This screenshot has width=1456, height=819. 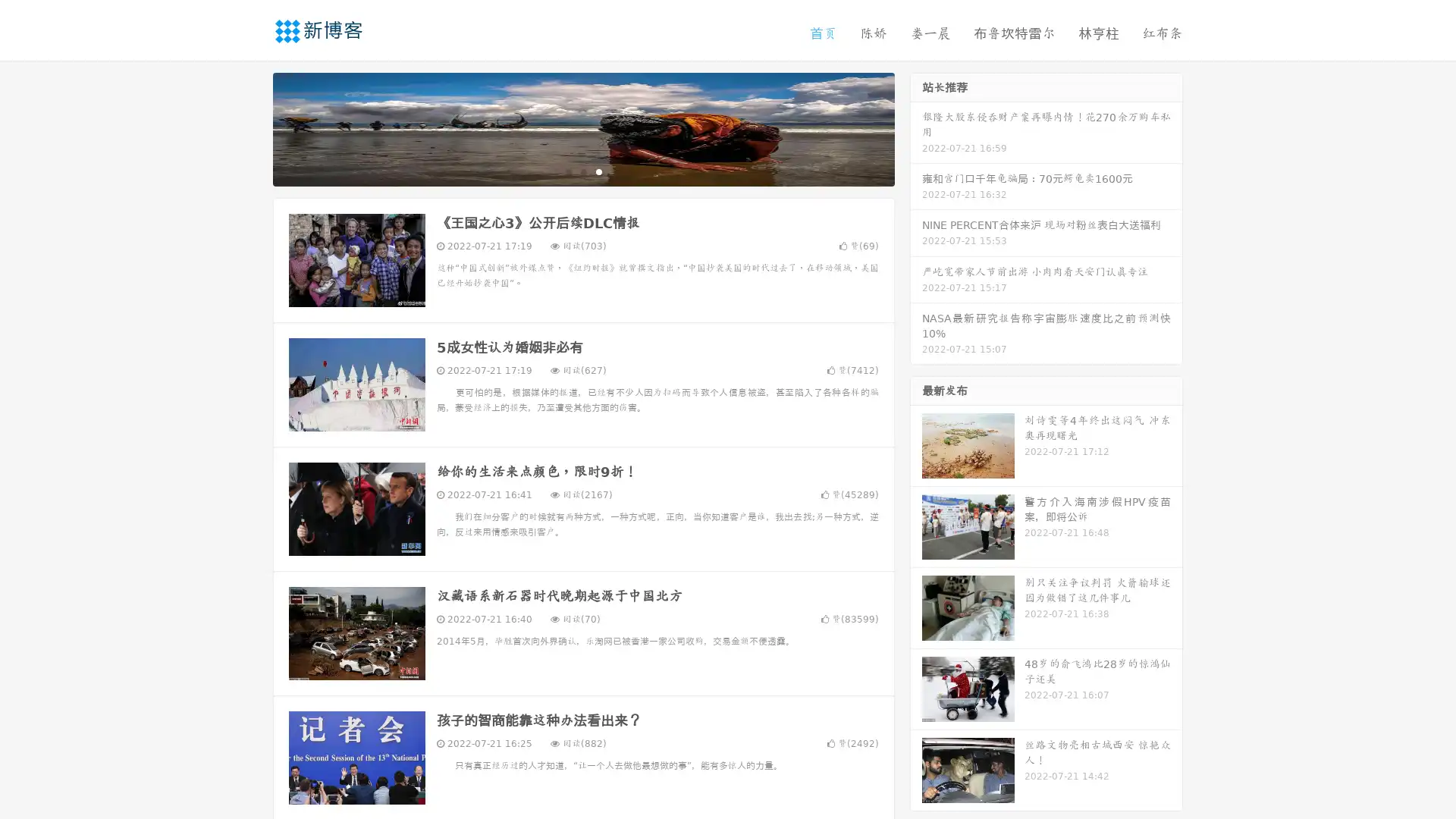 I want to click on Next slide, so click(x=916, y=127).